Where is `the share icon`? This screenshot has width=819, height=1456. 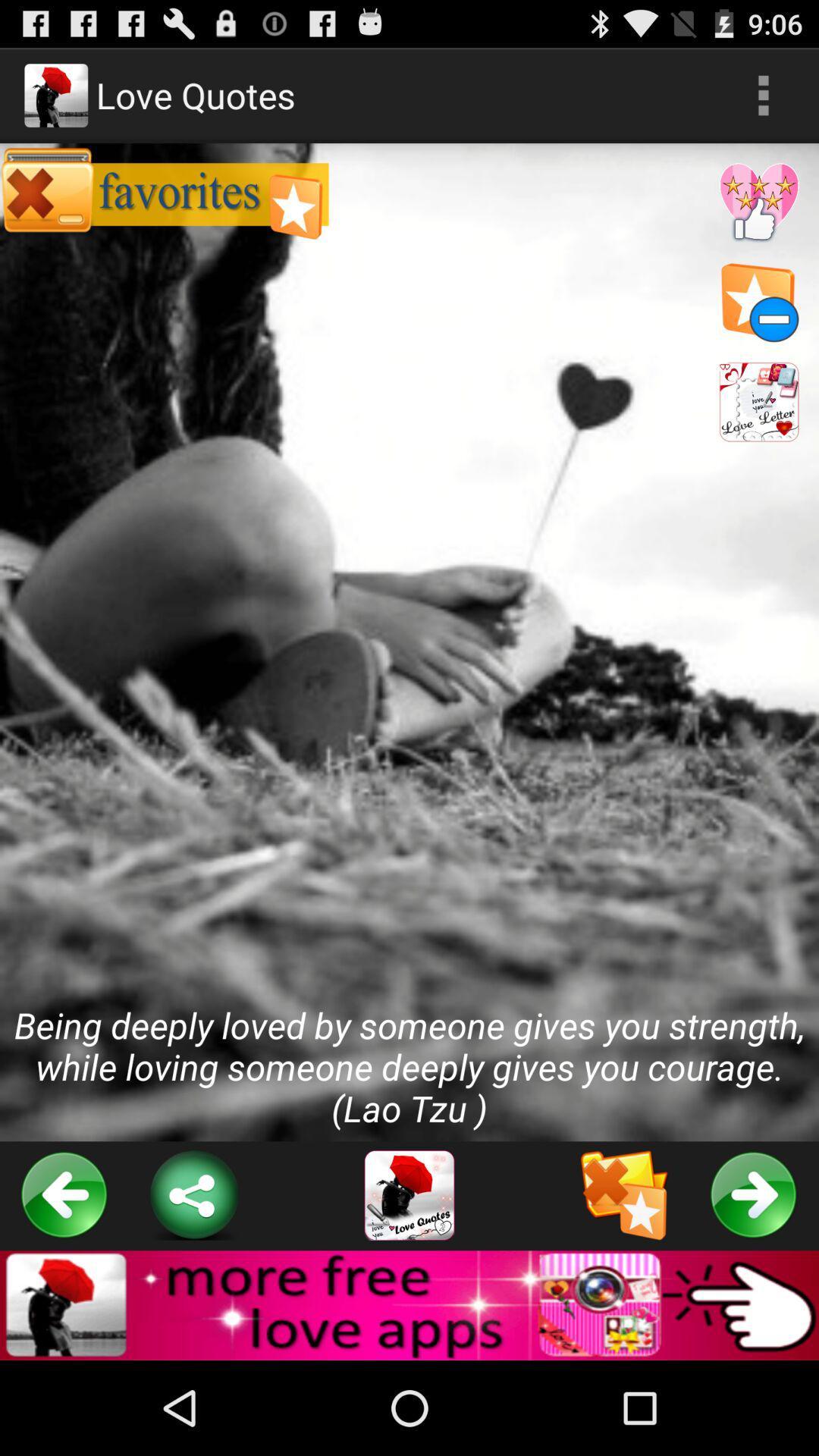 the share icon is located at coordinates (193, 1279).